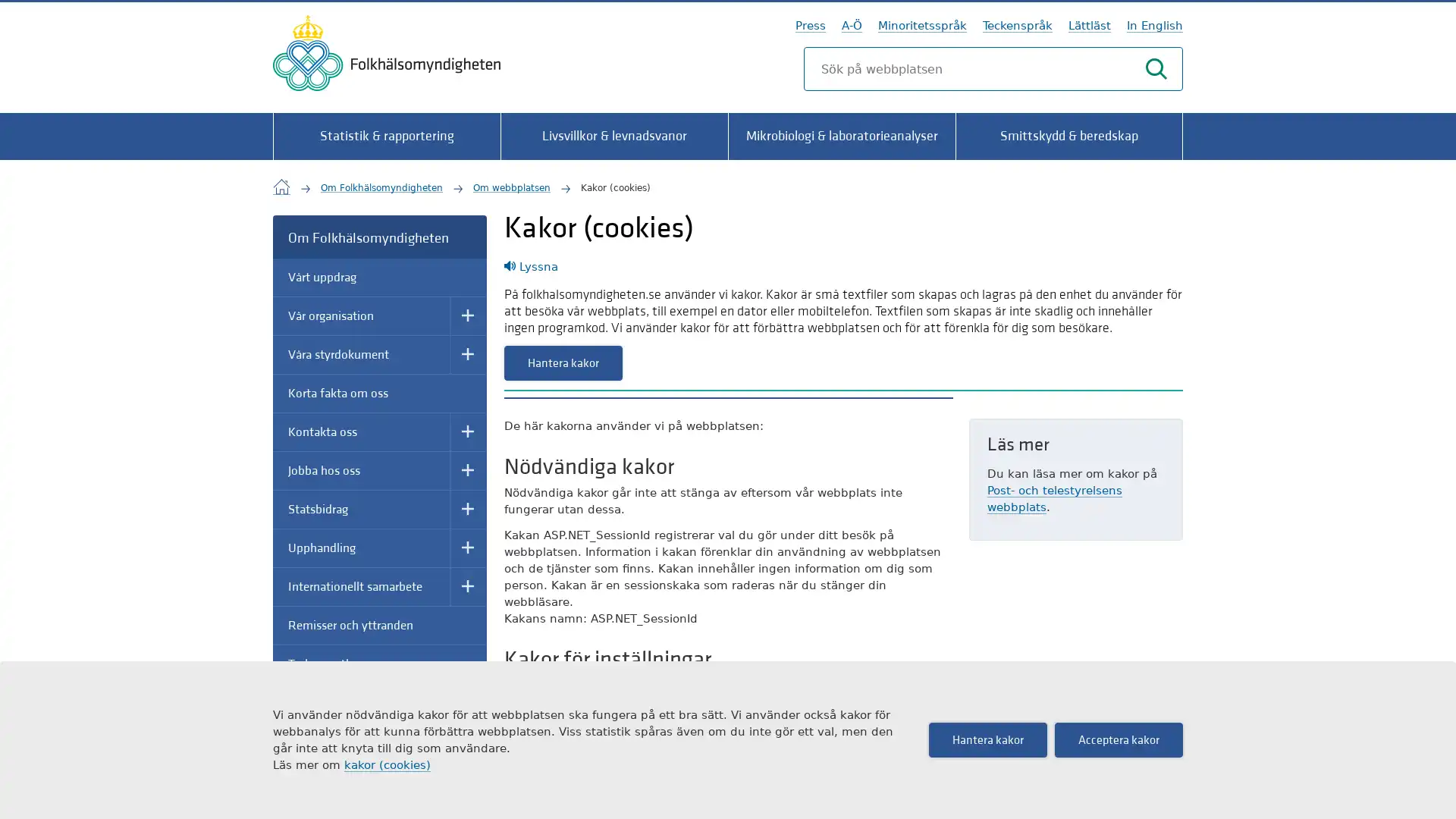 The image size is (1456, 819). Describe the element at coordinates (467, 432) in the screenshot. I see `Expandera` at that location.